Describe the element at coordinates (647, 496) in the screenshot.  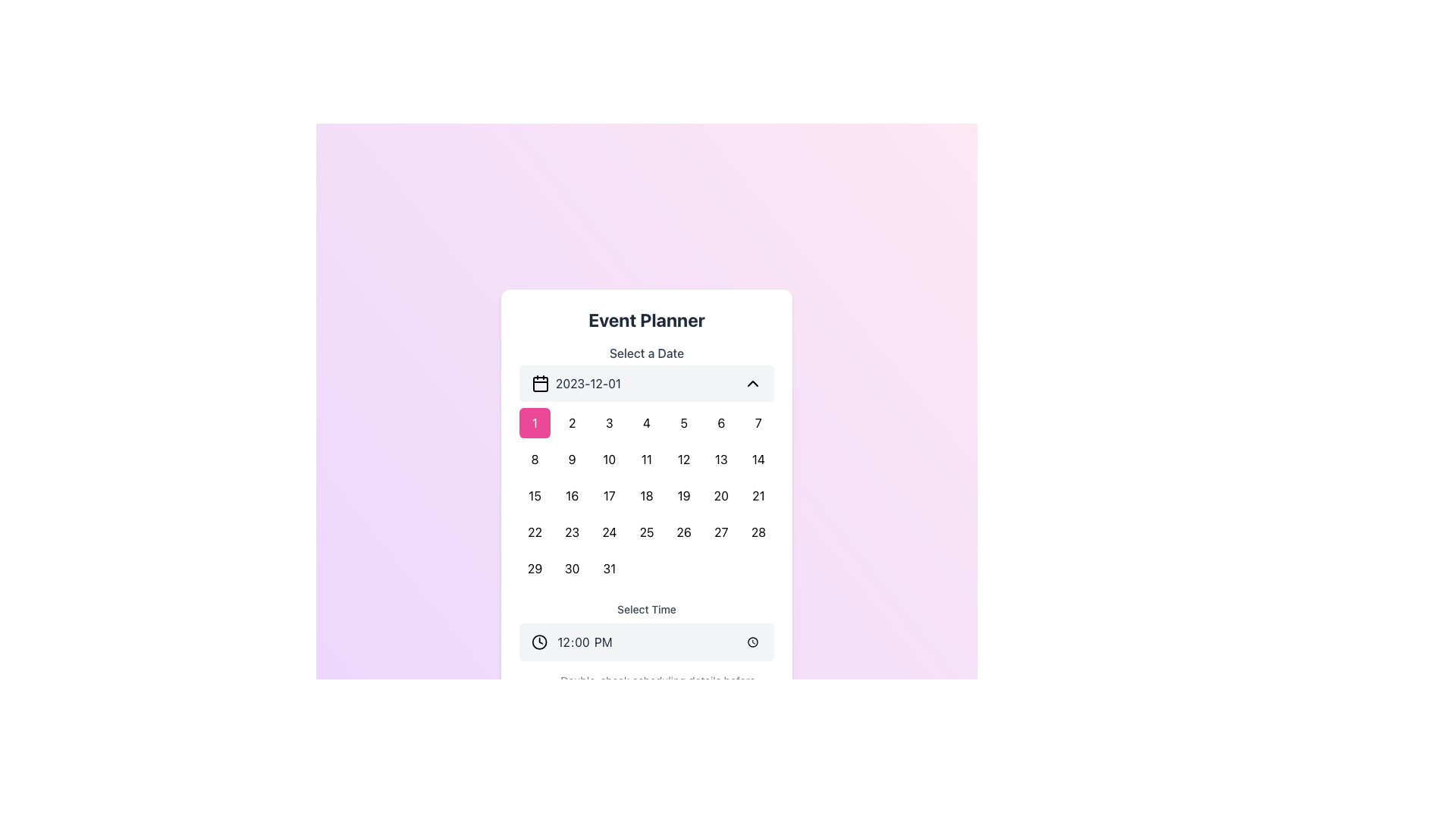
I see `the rectangular button displaying the text '18' in the calendar grid` at that location.